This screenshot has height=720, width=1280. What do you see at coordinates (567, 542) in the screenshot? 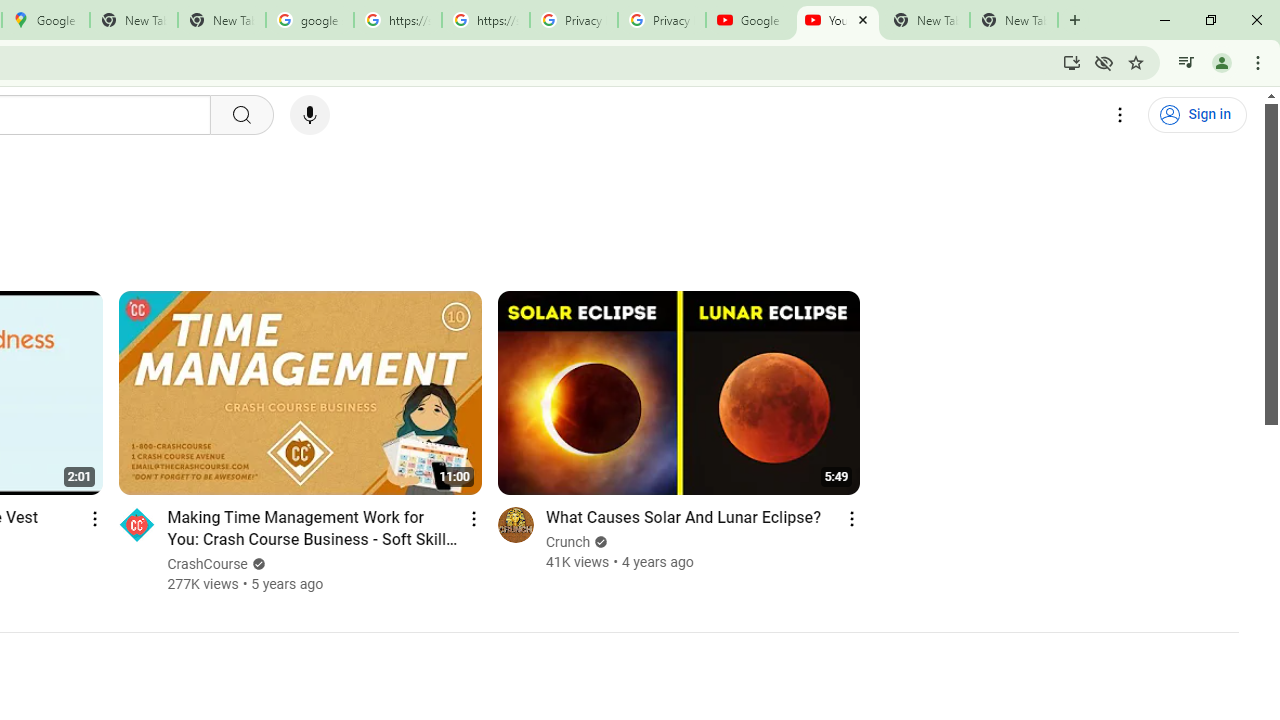
I see `'Crunch'` at bounding box center [567, 542].